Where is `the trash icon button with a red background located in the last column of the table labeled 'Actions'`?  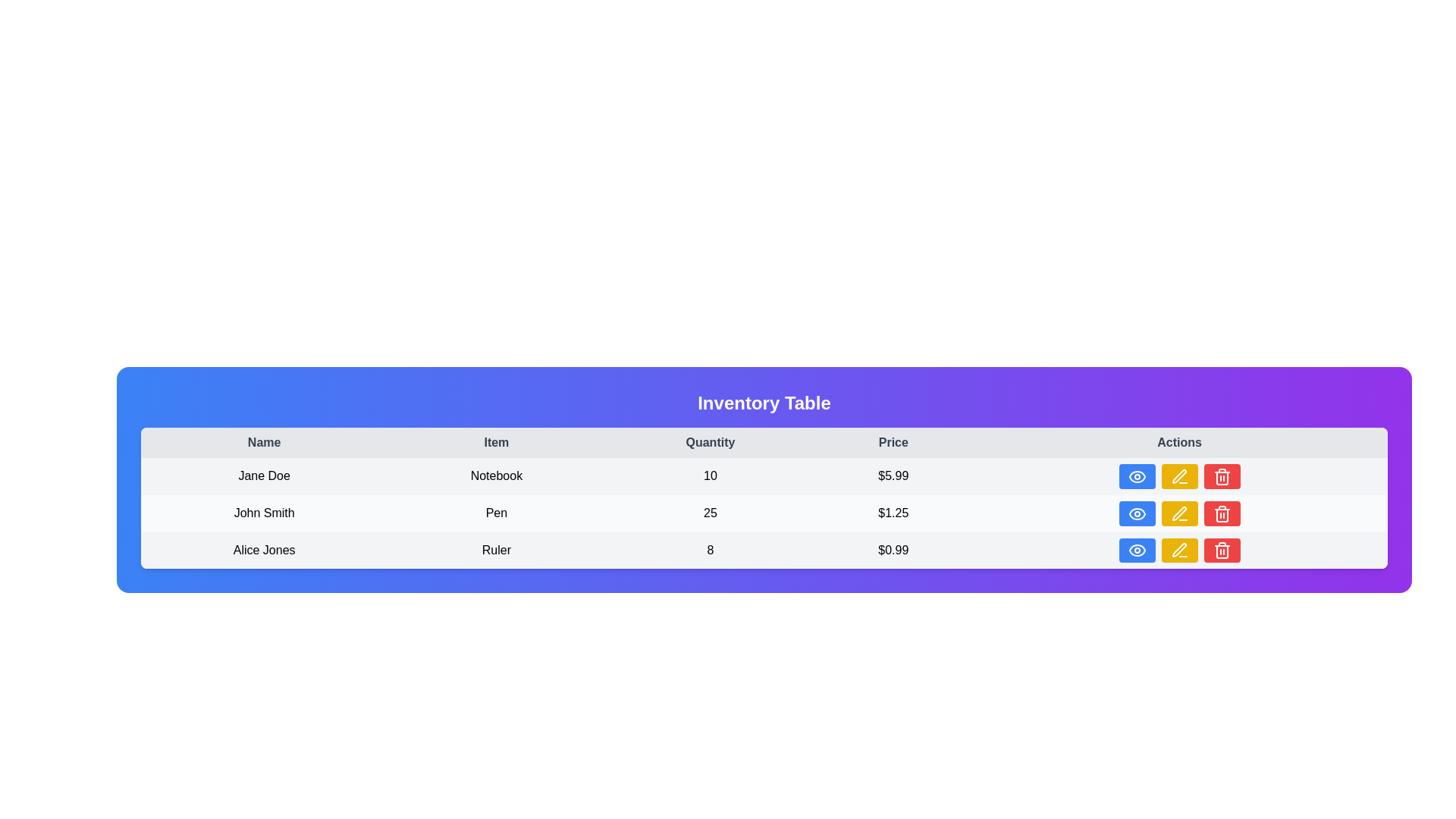
the trash icon button with a red background located in the last column of the table labeled 'Actions' is located at coordinates (1222, 475).